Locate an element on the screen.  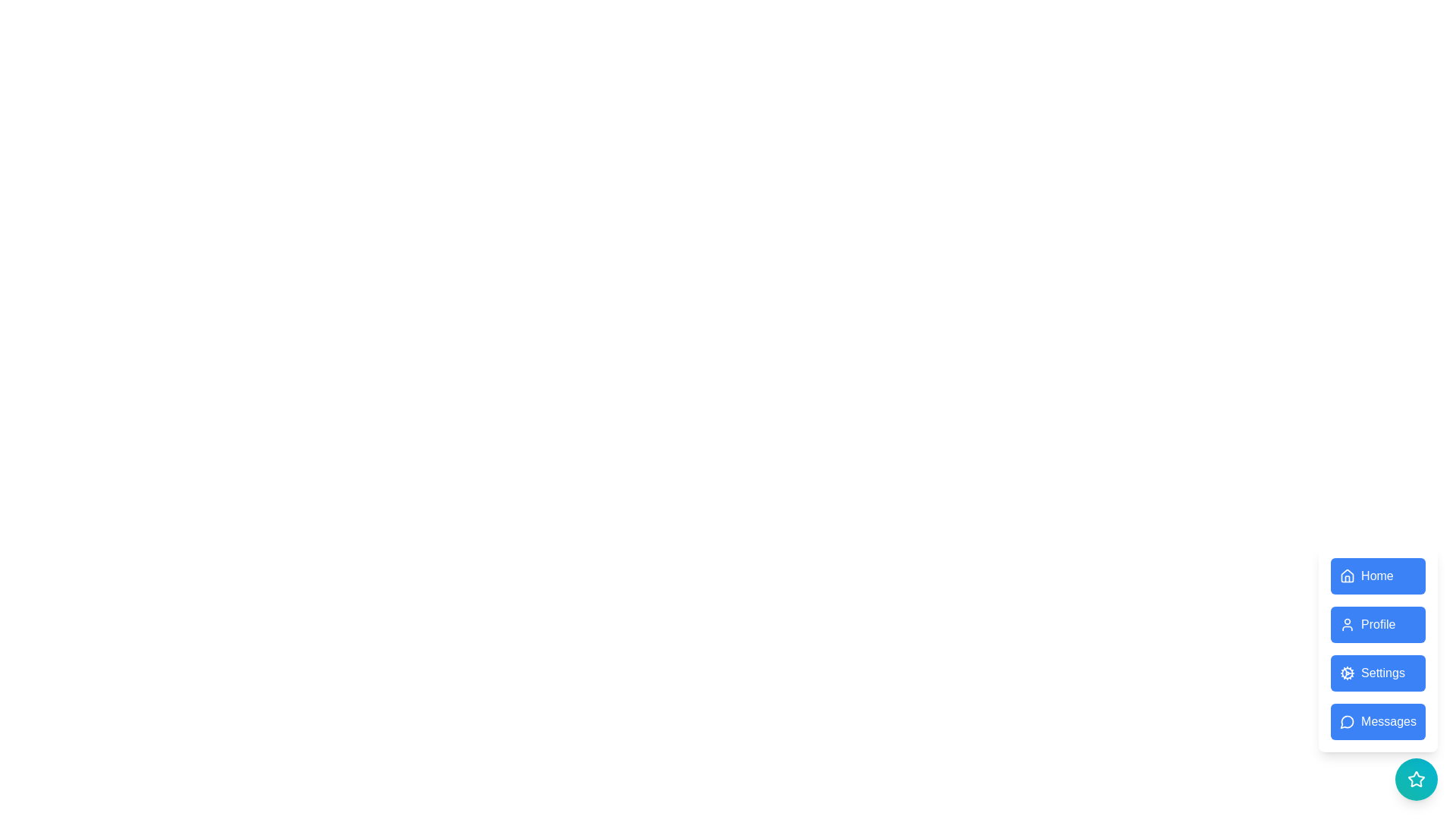
the 'Profile' text label in the top-right quadrant of the user interface is located at coordinates (1378, 625).